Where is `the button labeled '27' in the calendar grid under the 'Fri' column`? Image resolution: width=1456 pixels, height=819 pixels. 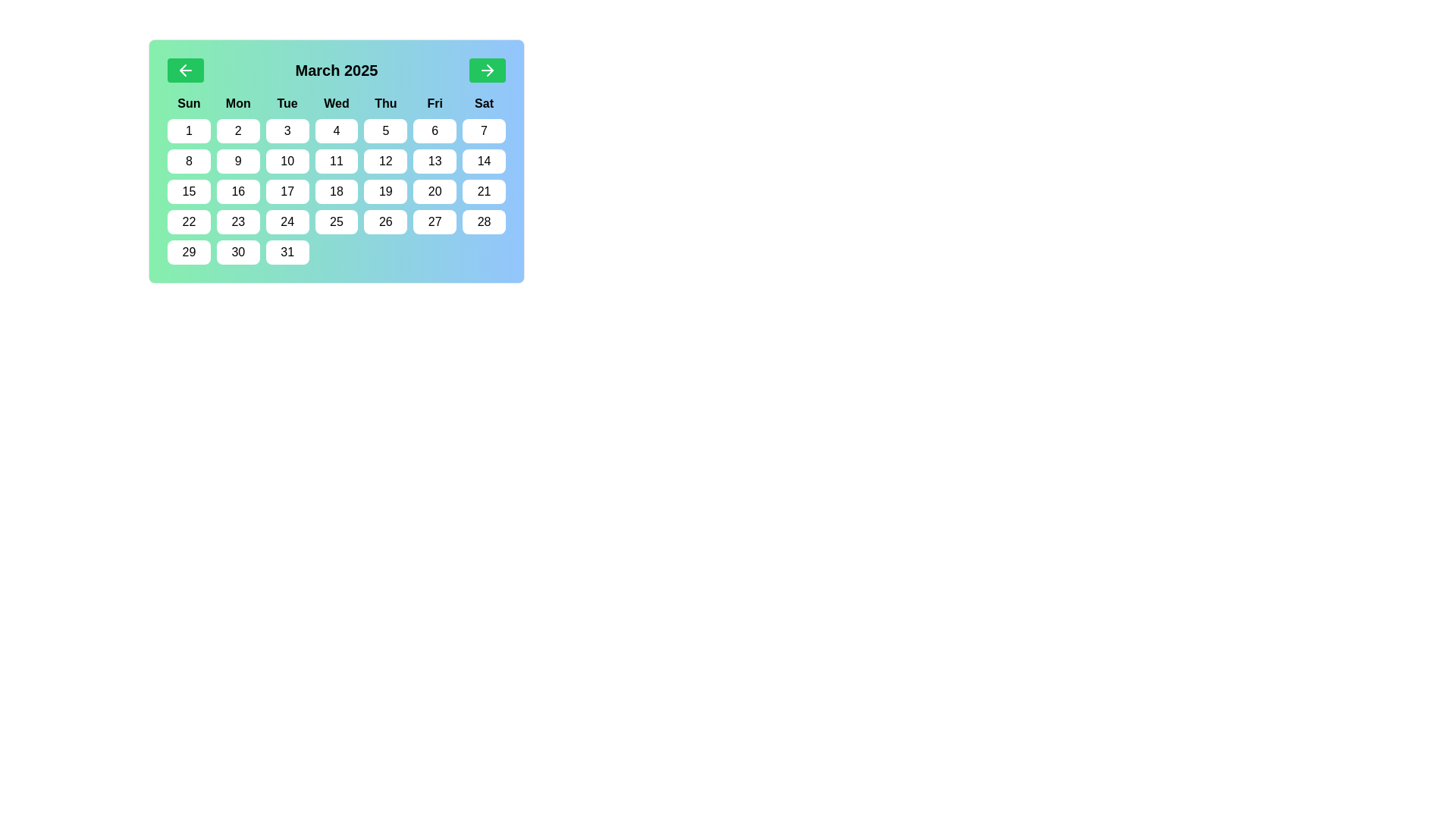 the button labeled '27' in the calendar grid under the 'Fri' column is located at coordinates (434, 222).